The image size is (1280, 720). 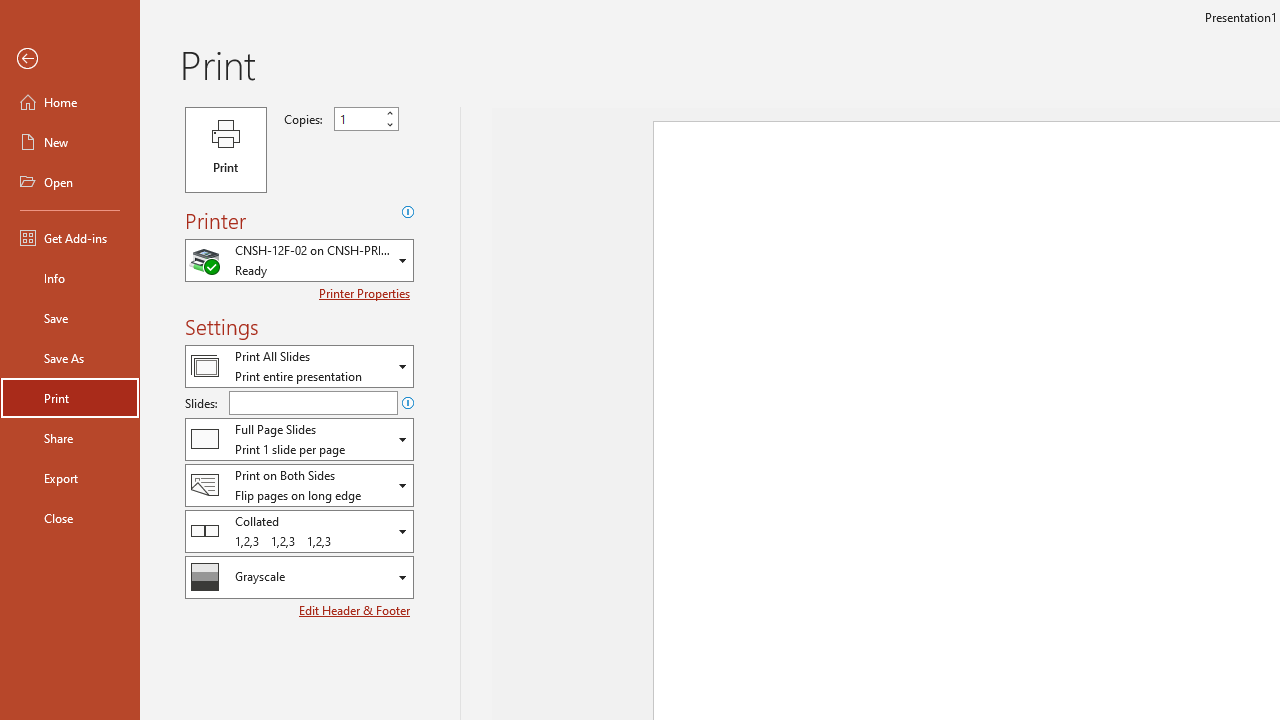 I want to click on 'Color/Grayscale', so click(x=298, y=577).